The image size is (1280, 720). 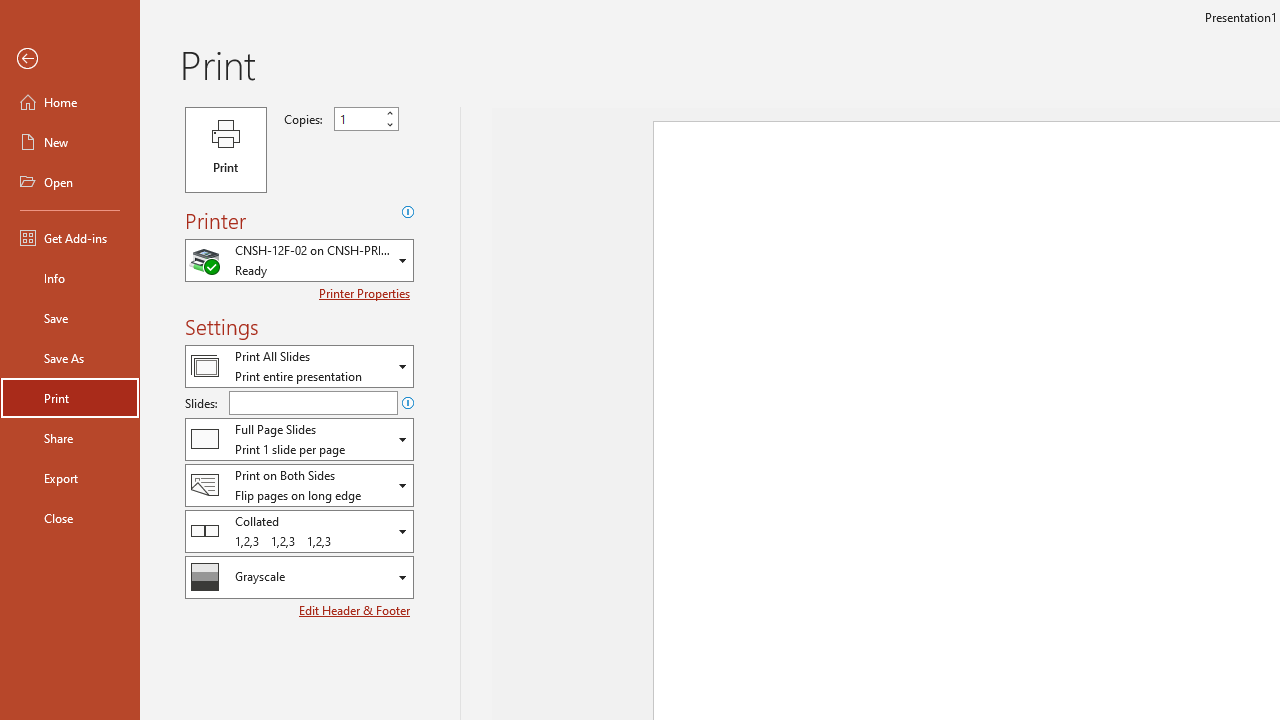 I want to click on 'Color/Grayscale', so click(x=298, y=577).